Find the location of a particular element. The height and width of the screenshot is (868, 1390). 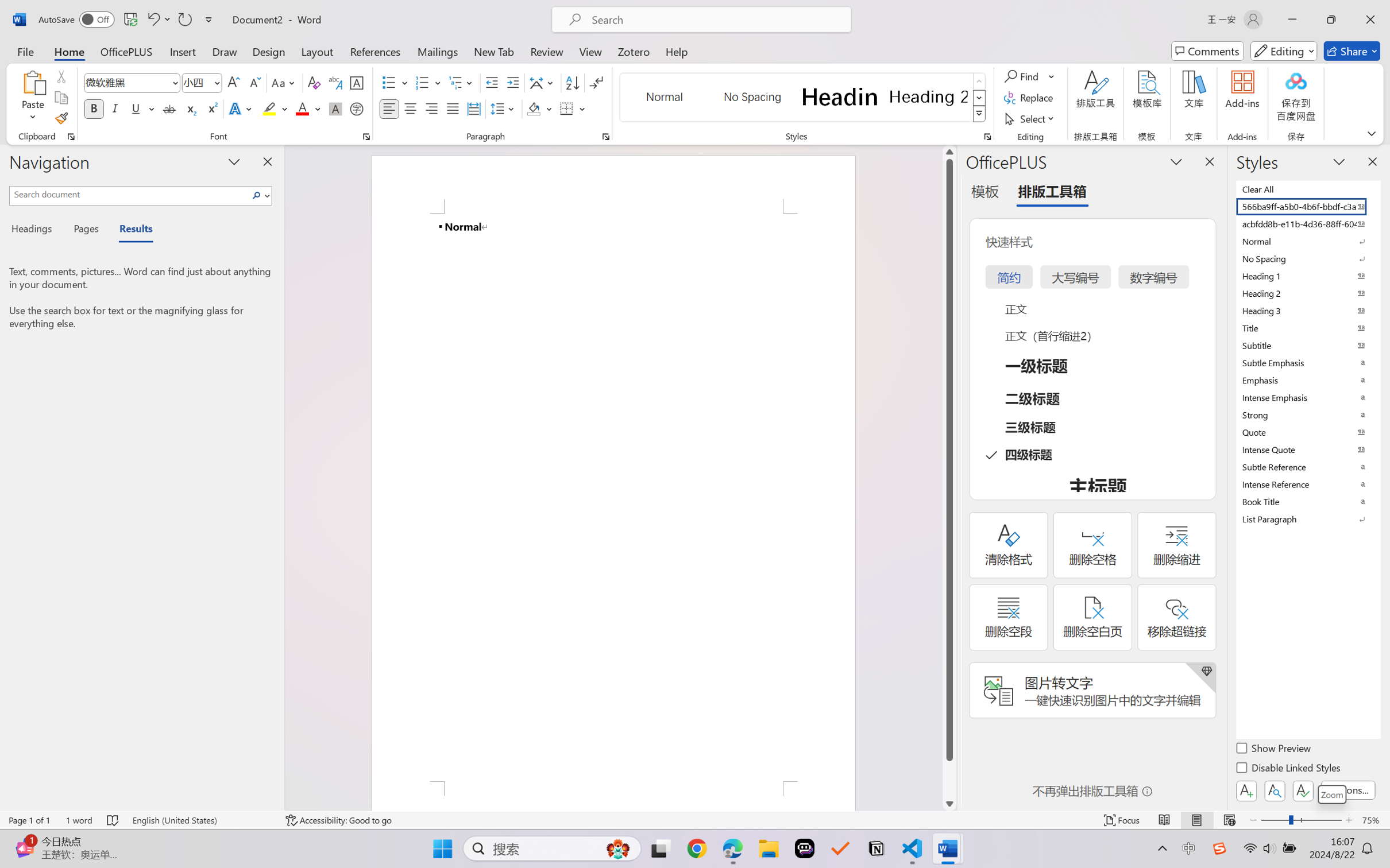

'Share' is located at coordinates (1351, 51).